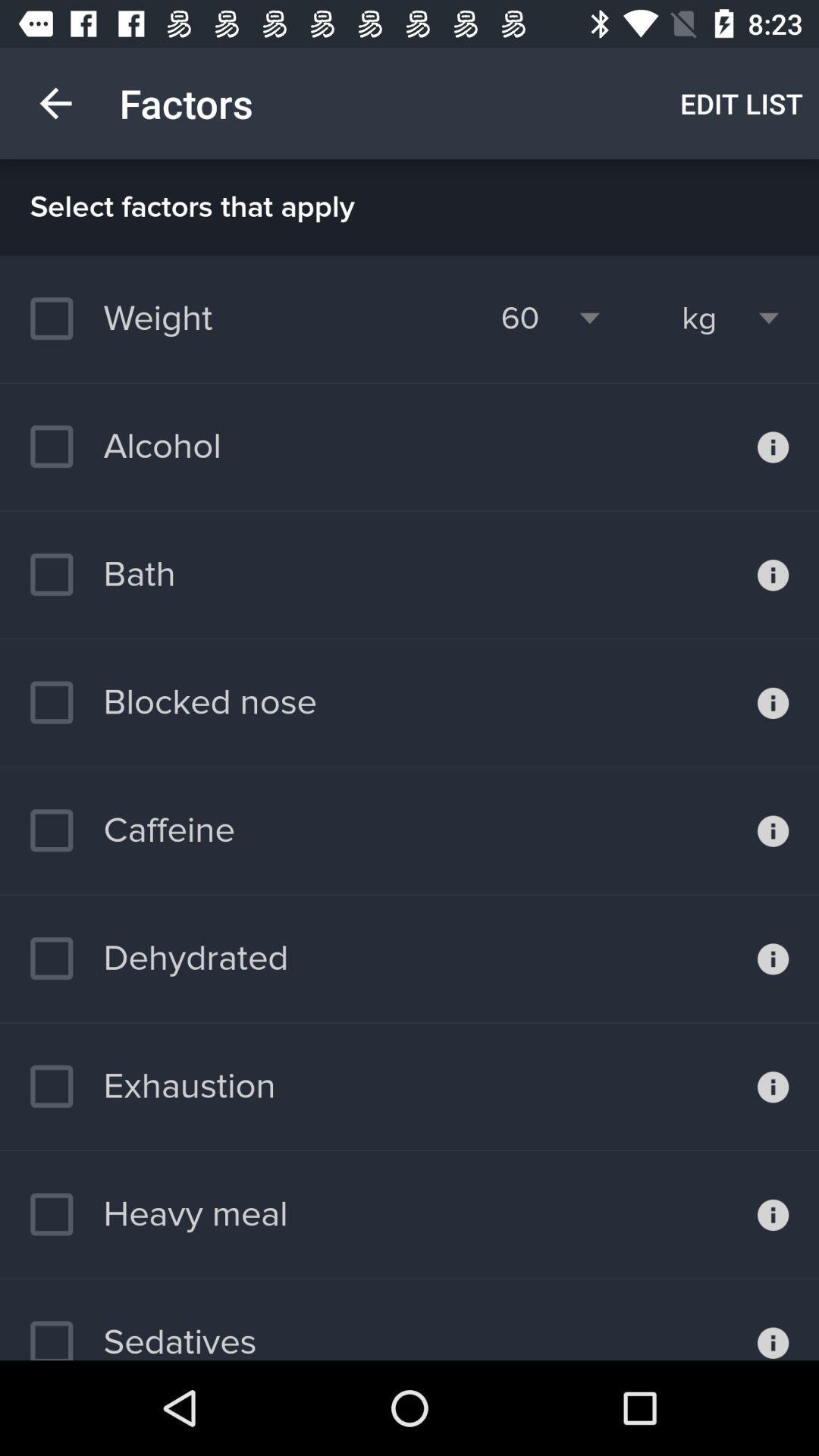  What do you see at coordinates (519, 318) in the screenshot?
I see `icon to the right of the weight` at bounding box center [519, 318].